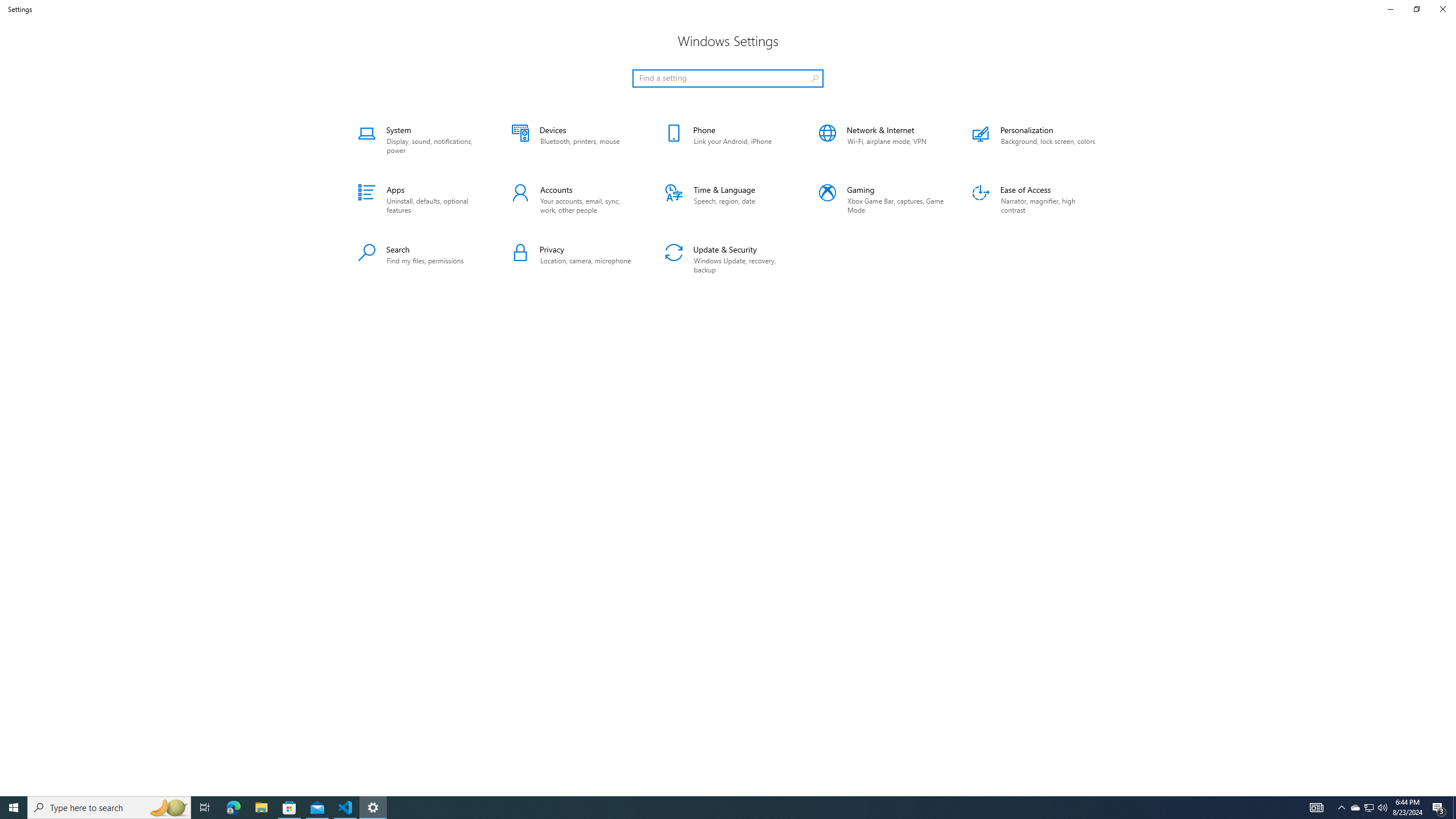 The height and width of the screenshot is (819, 1456). Describe the element at coordinates (573, 200) in the screenshot. I see `'Accounts'` at that location.